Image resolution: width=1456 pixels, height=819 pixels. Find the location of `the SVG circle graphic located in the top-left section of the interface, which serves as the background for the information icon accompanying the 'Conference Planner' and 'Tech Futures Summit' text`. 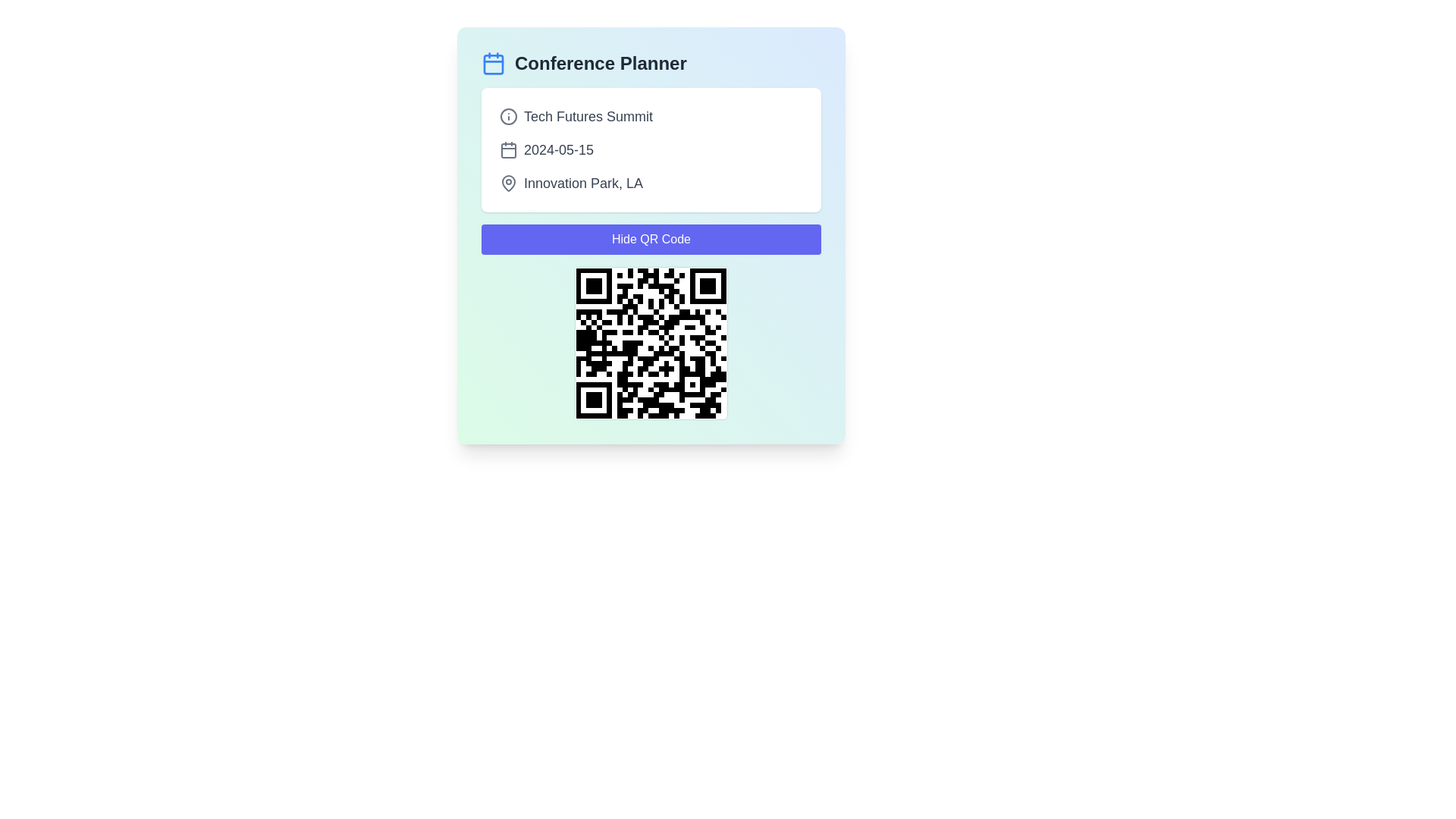

the SVG circle graphic located in the top-left section of the interface, which serves as the background for the information icon accompanying the 'Conference Planner' and 'Tech Futures Summit' text is located at coordinates (509, 116).